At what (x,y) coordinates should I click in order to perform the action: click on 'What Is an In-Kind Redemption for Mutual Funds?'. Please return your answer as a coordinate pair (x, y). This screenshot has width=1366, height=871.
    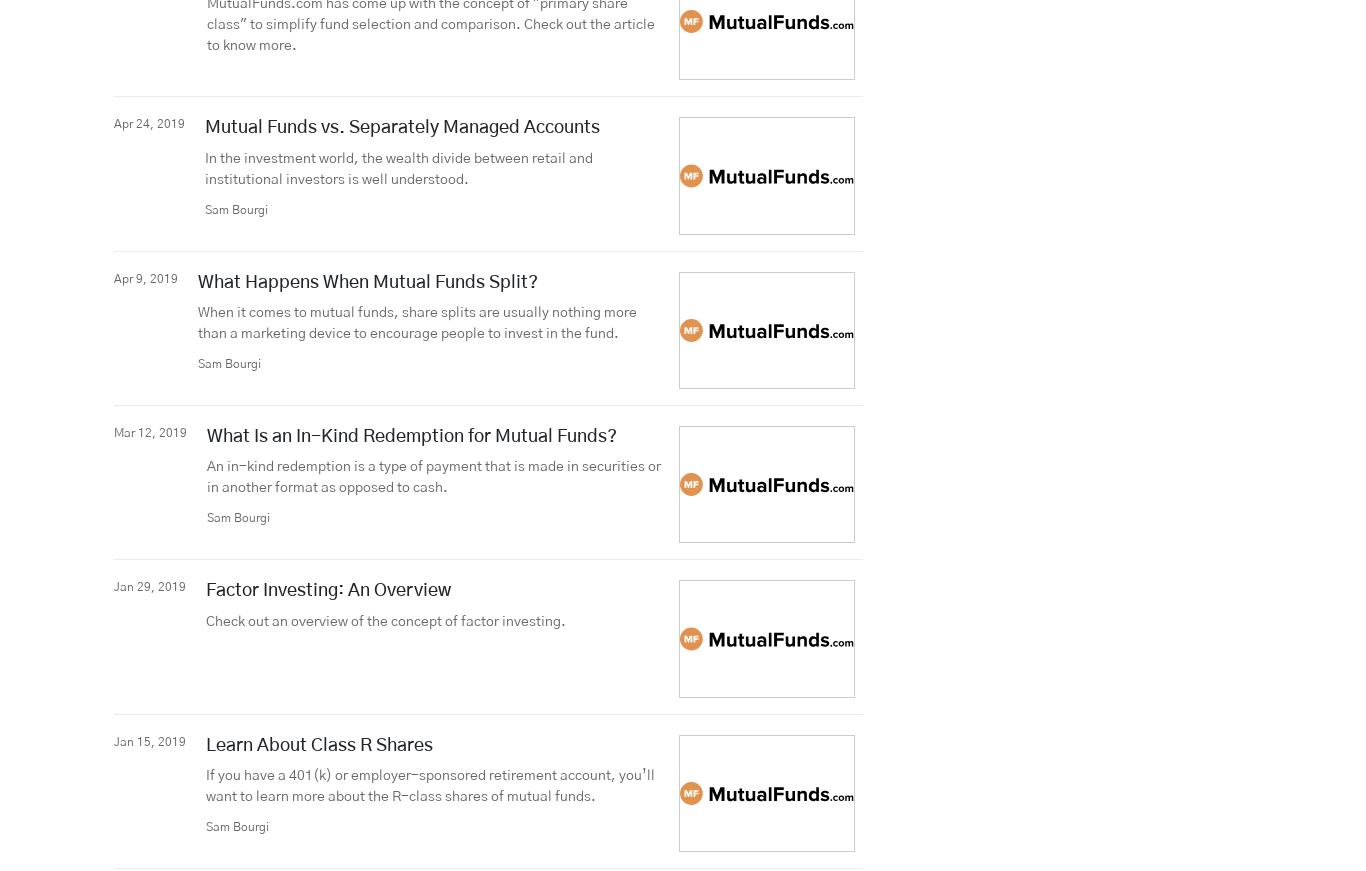
    Looking at the image, I should click on (410, 435).